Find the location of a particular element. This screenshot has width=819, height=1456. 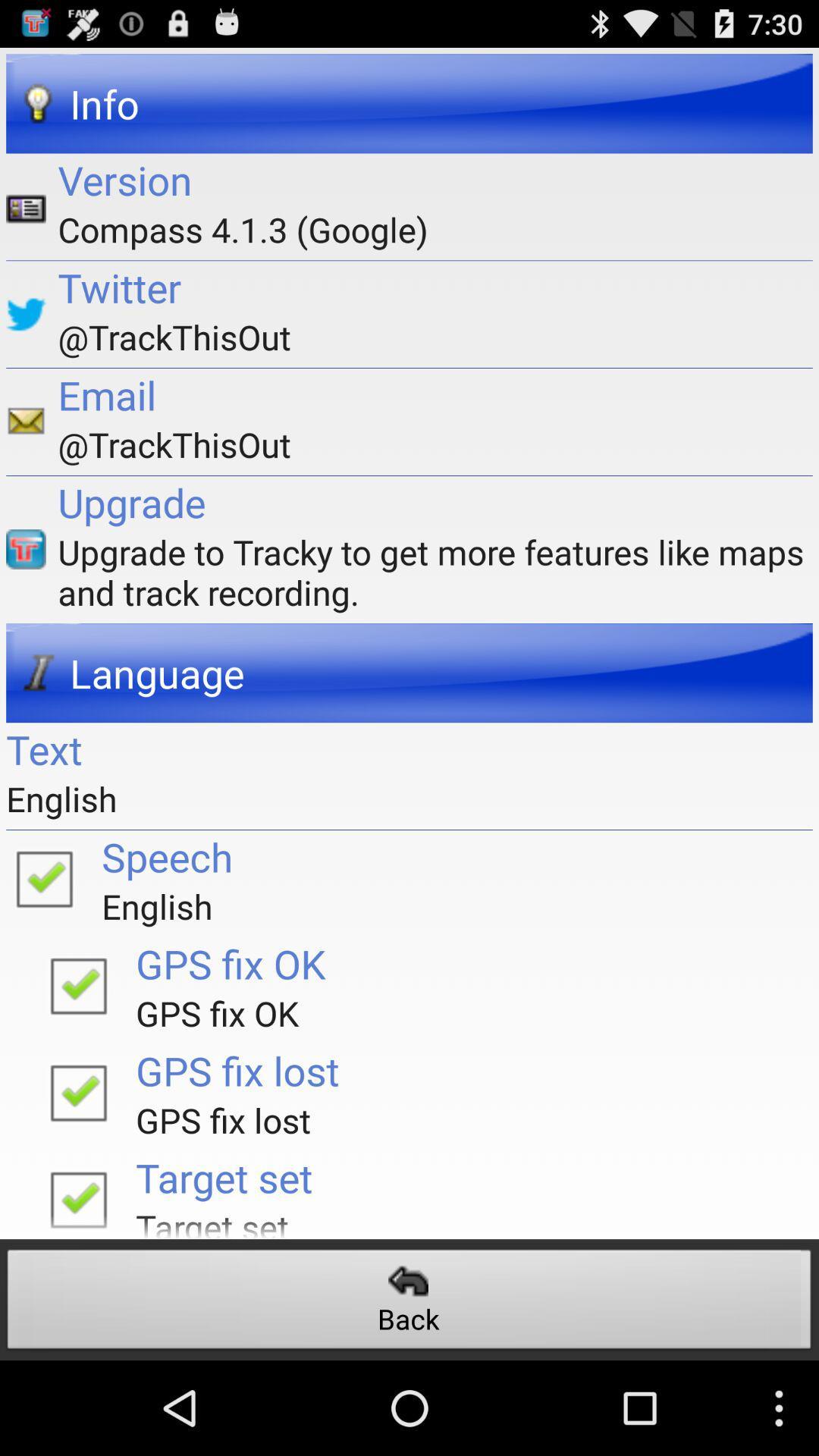

gps fix lost option on or off is located at coordinates (78, 1092).